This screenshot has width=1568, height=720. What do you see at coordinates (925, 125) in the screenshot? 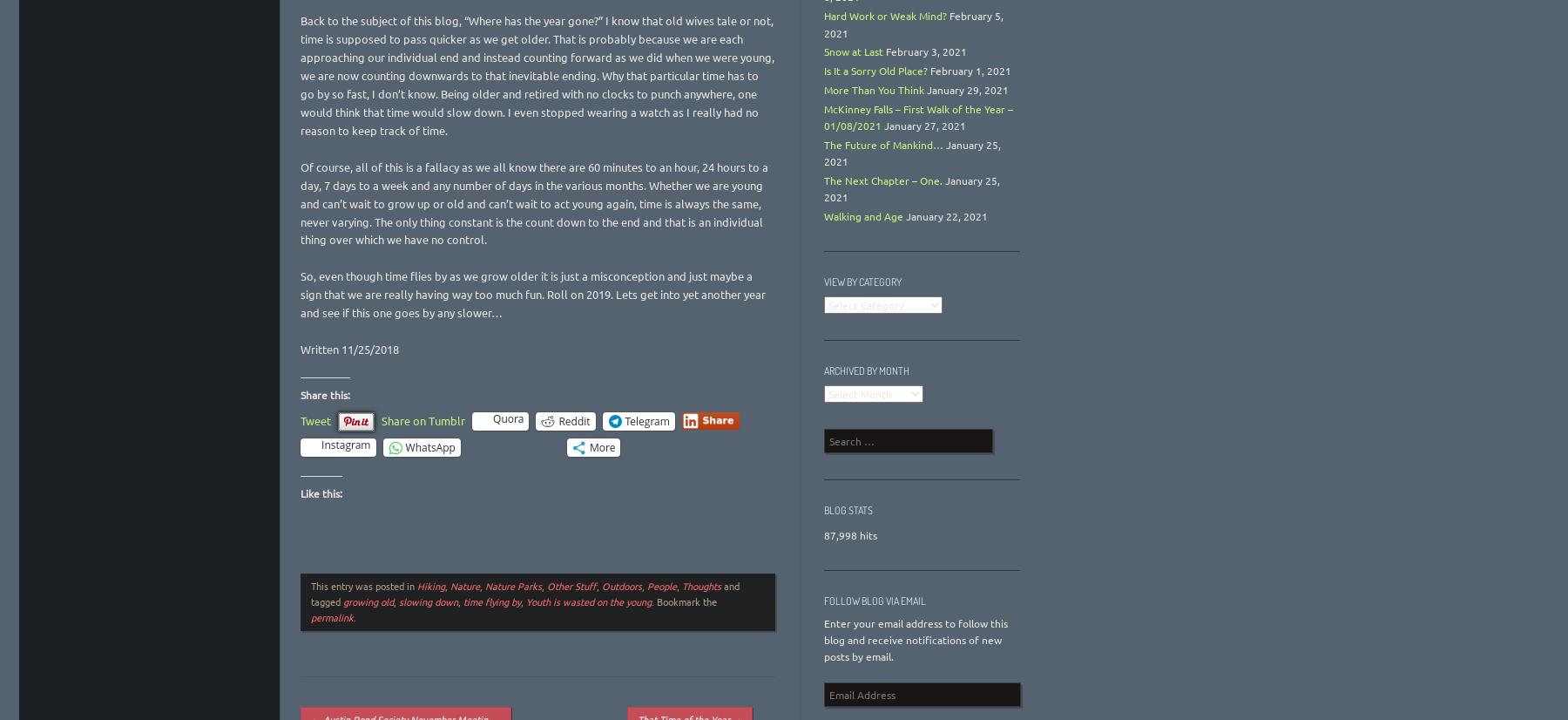
I see `'January 27, 2021'` at bounding box center [925, 125].